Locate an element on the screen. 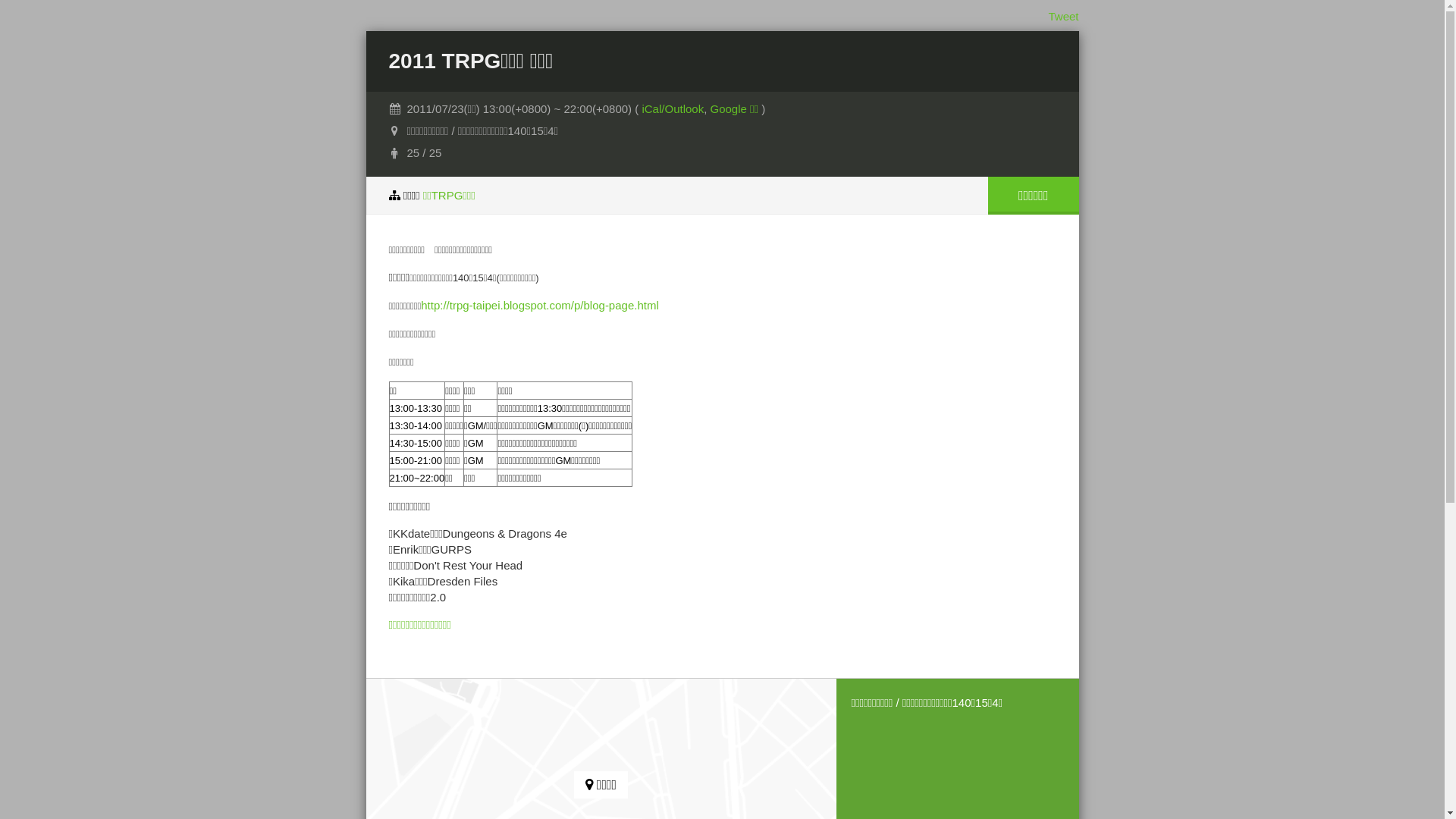 The height and width of the screenshot is (819, 1456). 'Tweet' is located at coordinates (1062, 16).